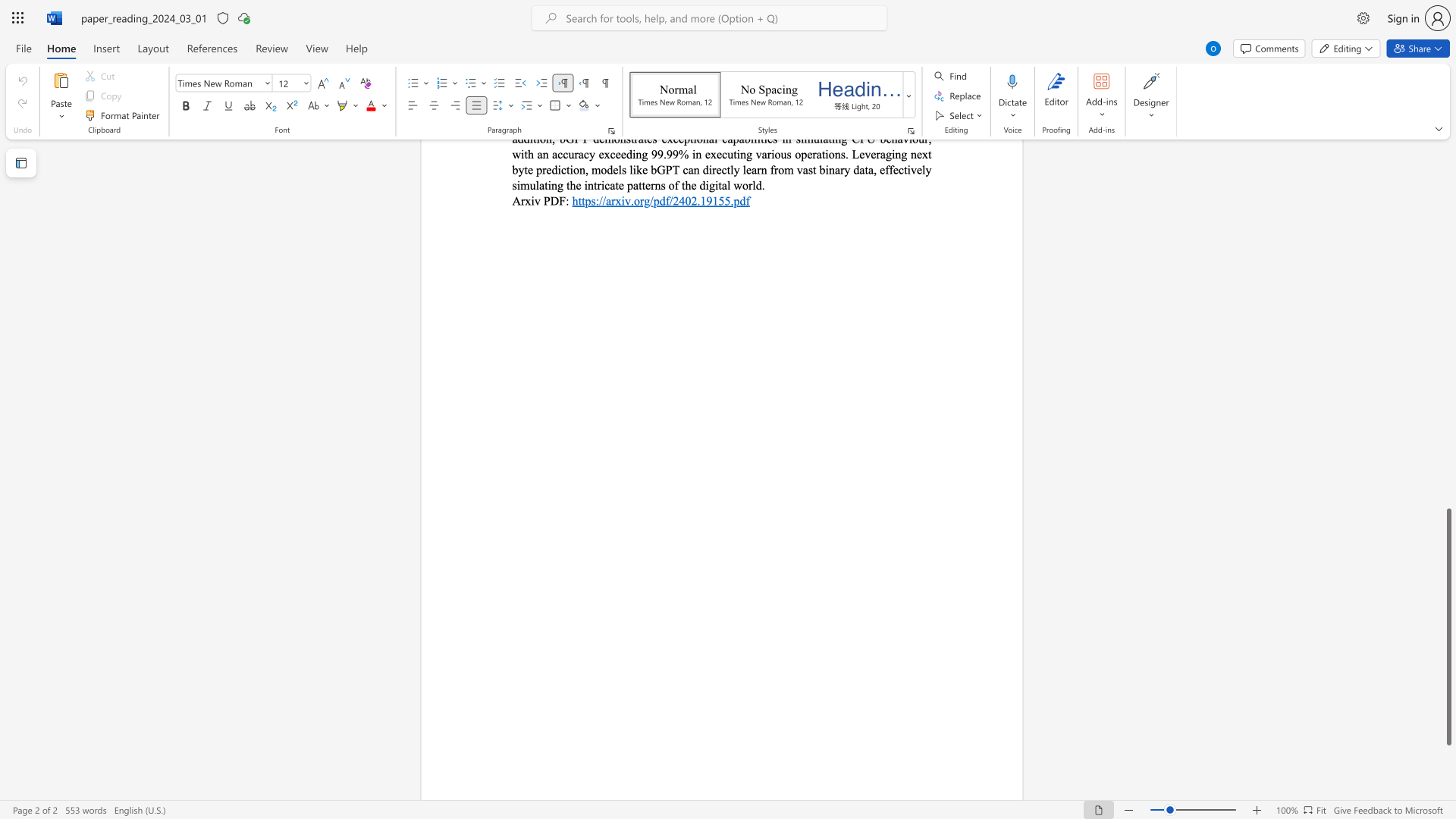 This screenshot has height=819, width=1456. Describe the element at coordinates (1448, 348) in the screenshot. I see `the scrollbar to slide the page up` at that location.